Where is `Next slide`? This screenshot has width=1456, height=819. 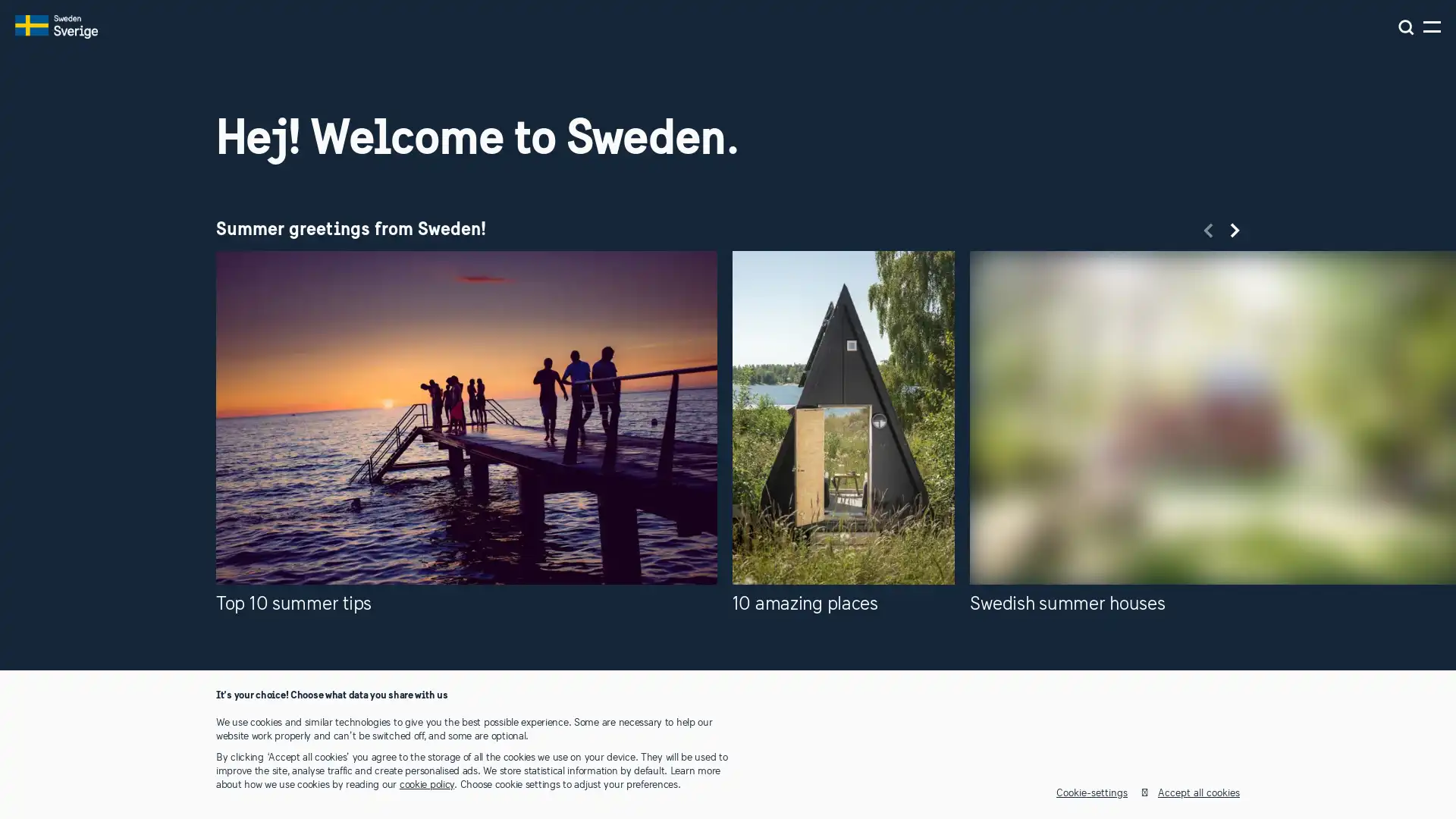
Next slide is located at coordinates (1235, 678).